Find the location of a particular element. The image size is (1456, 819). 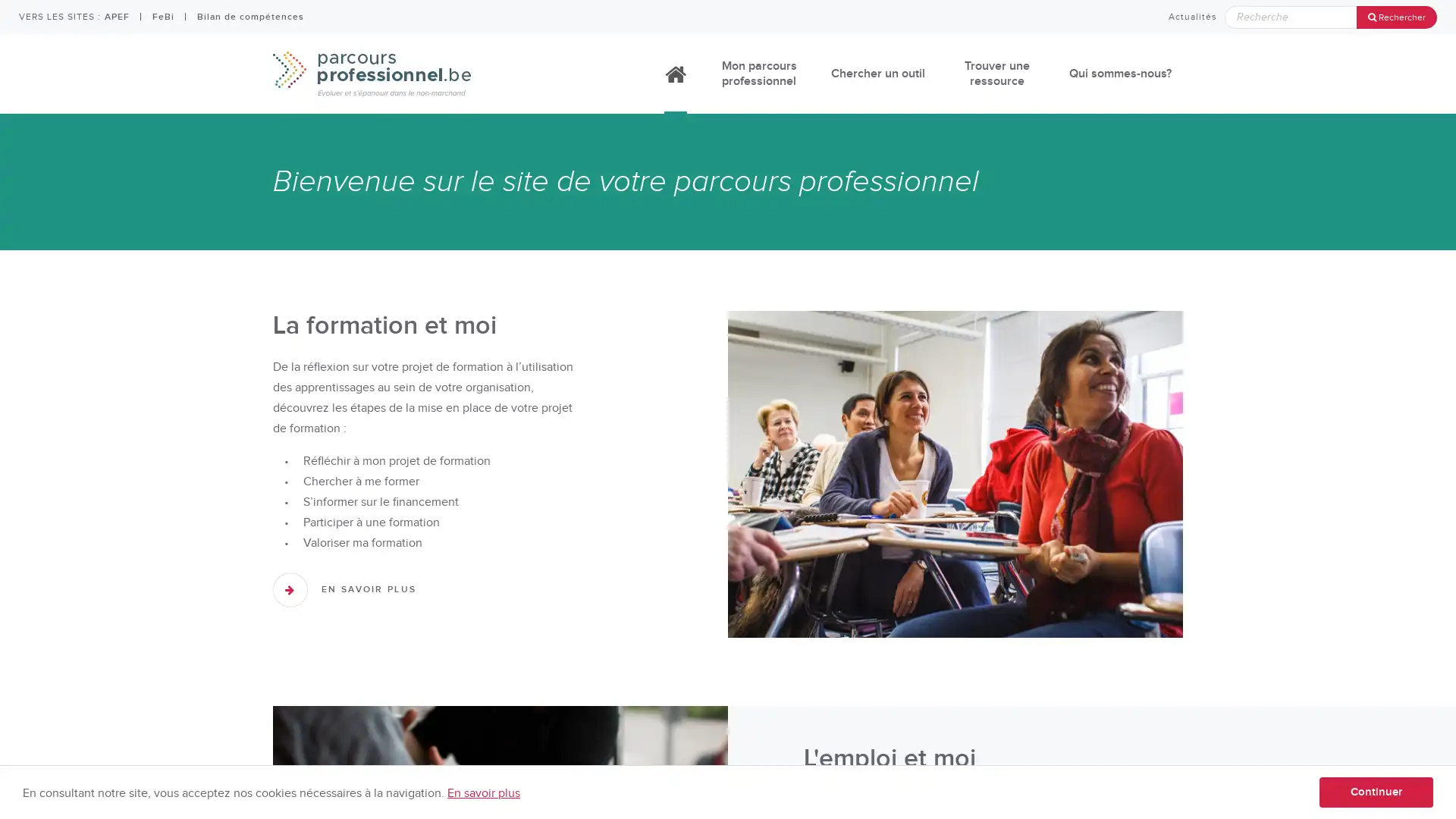

Rechercher is located at coordinates (1396, 17).